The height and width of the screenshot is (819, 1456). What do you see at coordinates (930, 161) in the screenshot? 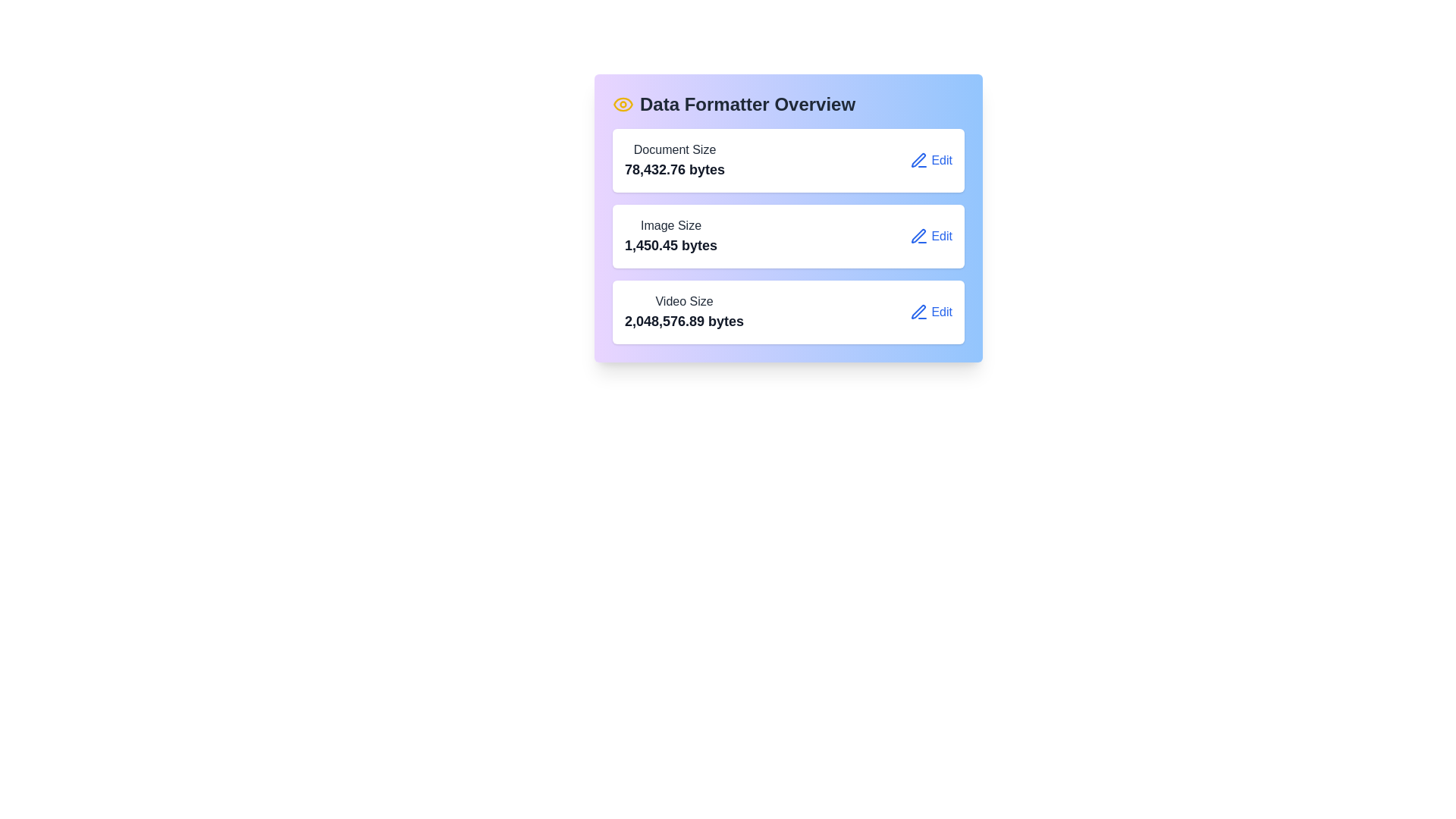
I see `the 'Edit' hyperlink with a pen icon located on the right side of the 'Document Size' row for keyboard accessibility` at bounding box center [930, 161].